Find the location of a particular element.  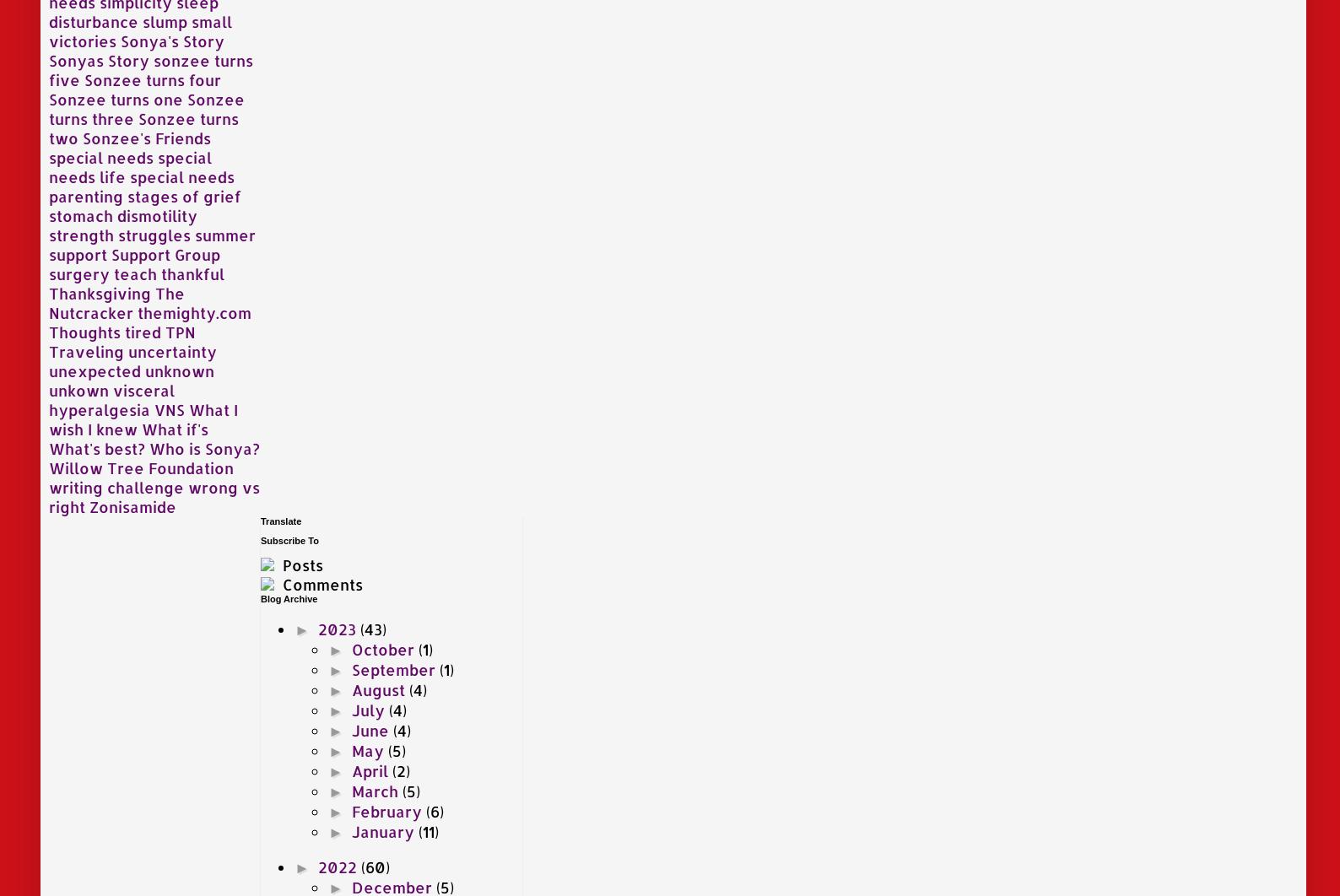

'unexpected' is located at coordinates (94, 369).